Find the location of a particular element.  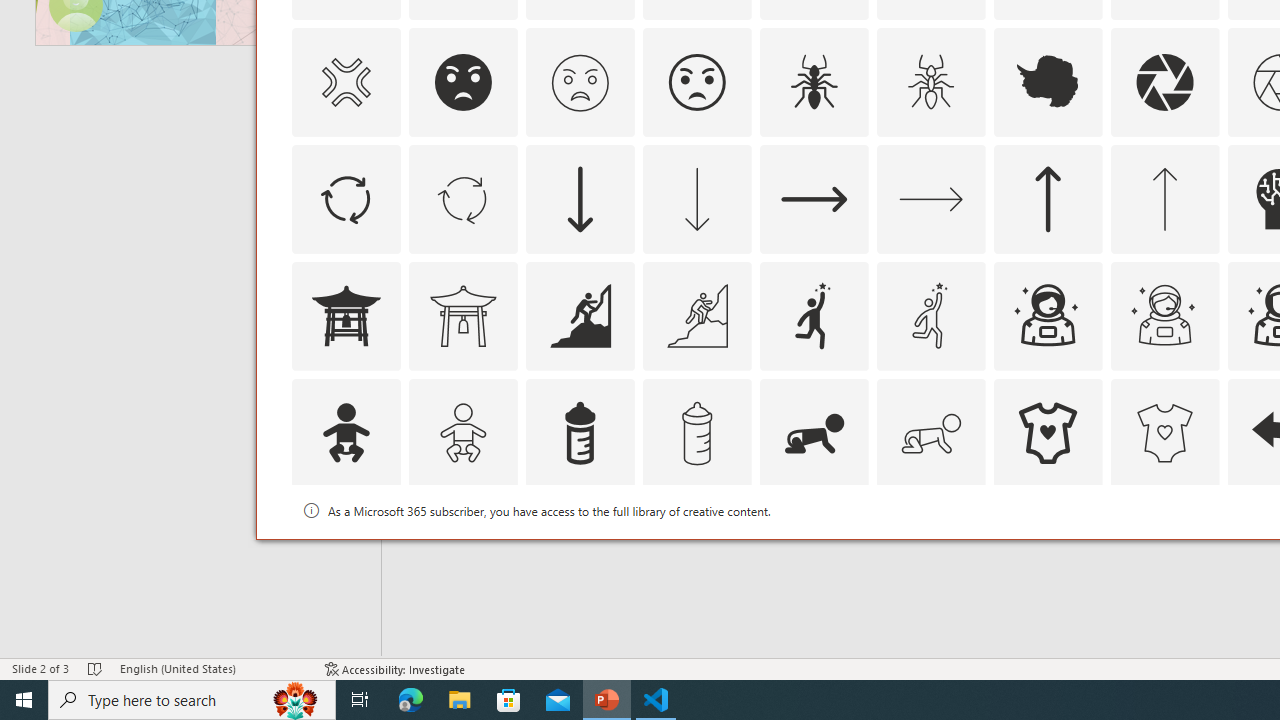

'AutomationID: Icons_ArrowUp_M' is located at coordinates (1164, 198).